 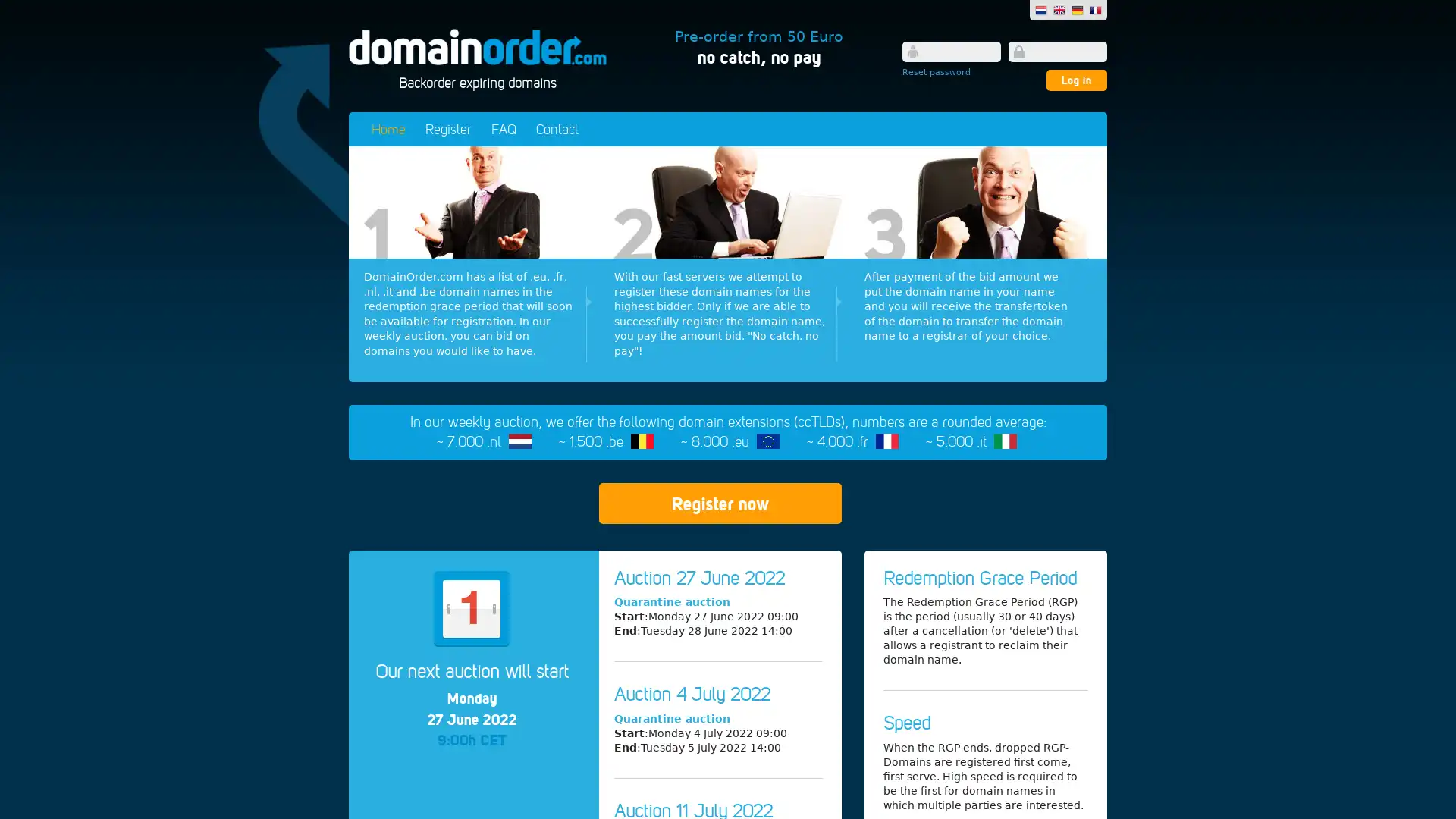 I want to click on Log in, so click(x=1076, y=80).